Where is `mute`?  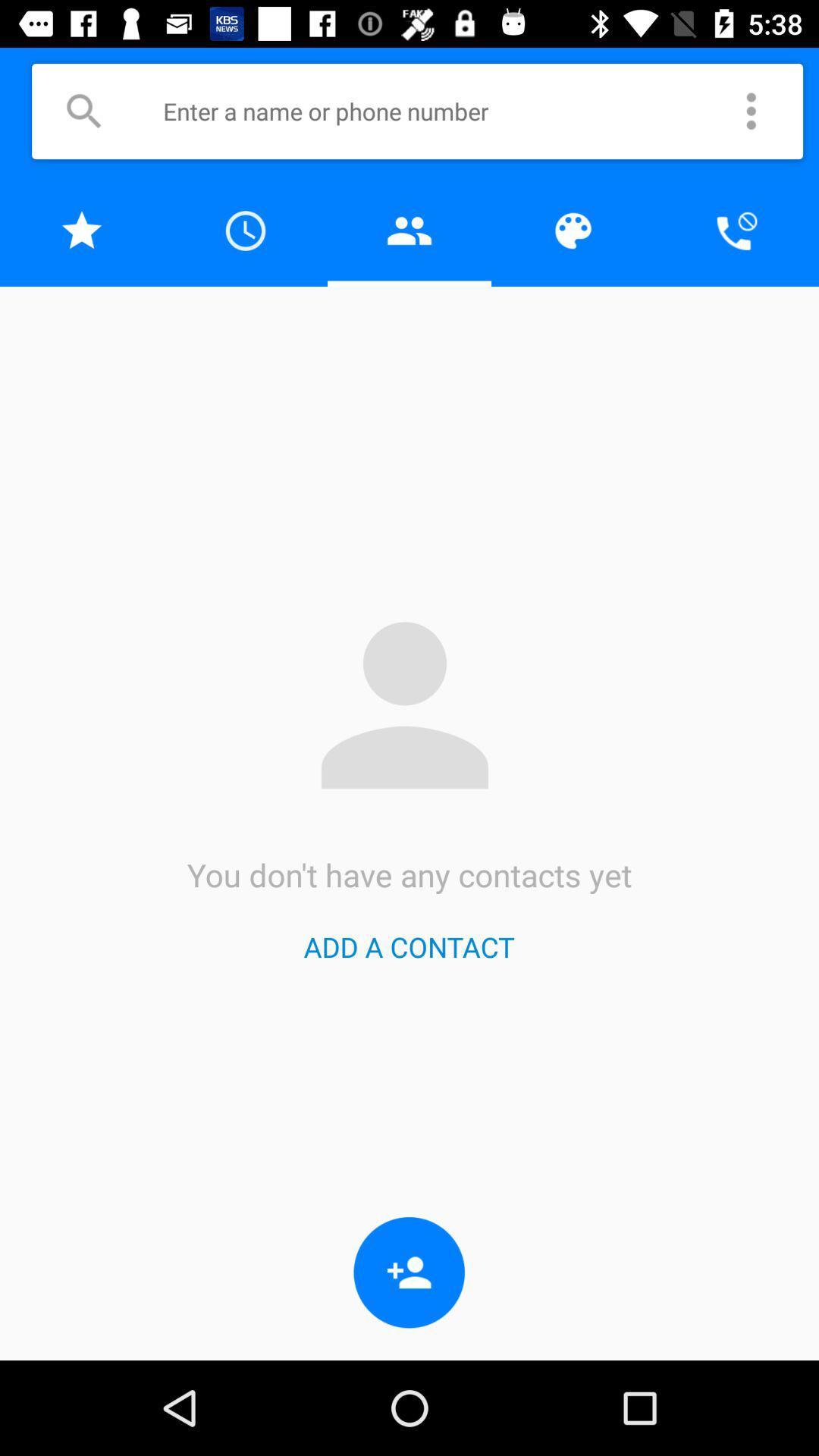
mute is located at coordinates (736, 230).